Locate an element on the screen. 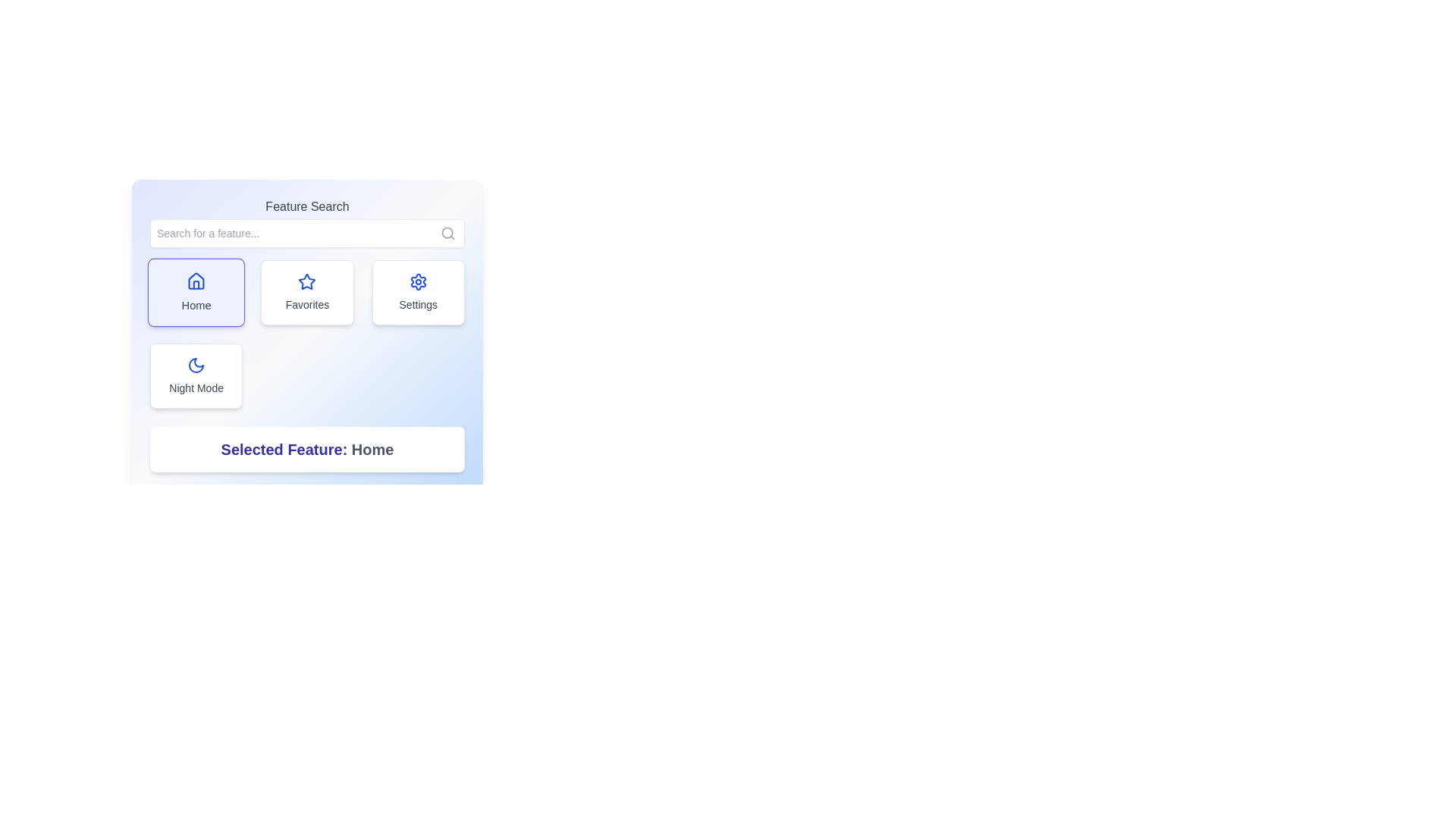 The width and height of the screenshot is (1456, 819). the settings button, which is the third item in the first row of the grid layout is located at coordinates (418, 292).